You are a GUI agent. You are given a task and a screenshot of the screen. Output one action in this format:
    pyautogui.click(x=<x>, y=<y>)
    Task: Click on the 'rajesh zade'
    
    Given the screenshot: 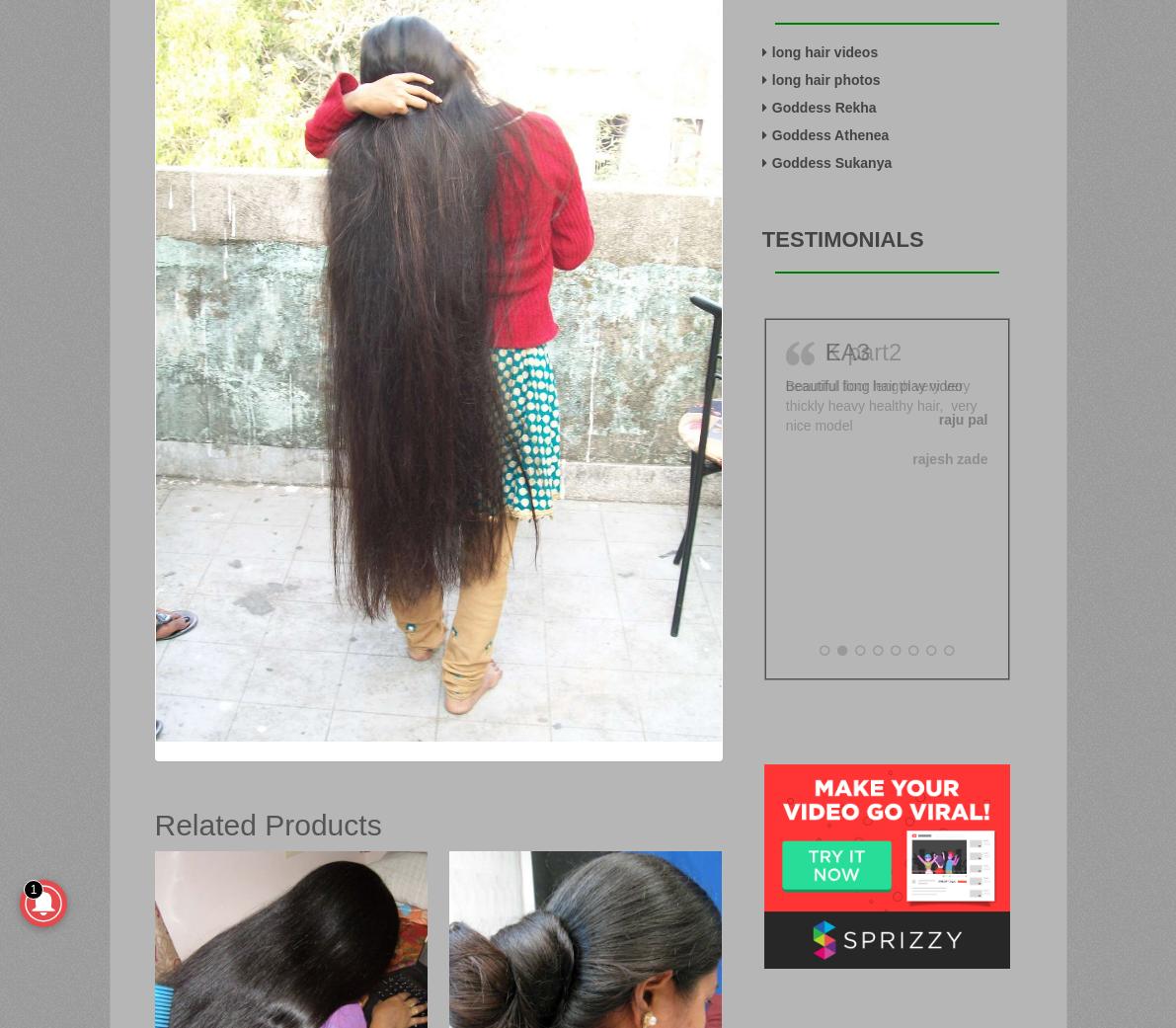 What is the action you would take?
    pyautogui.click(x=949, y=456)
    